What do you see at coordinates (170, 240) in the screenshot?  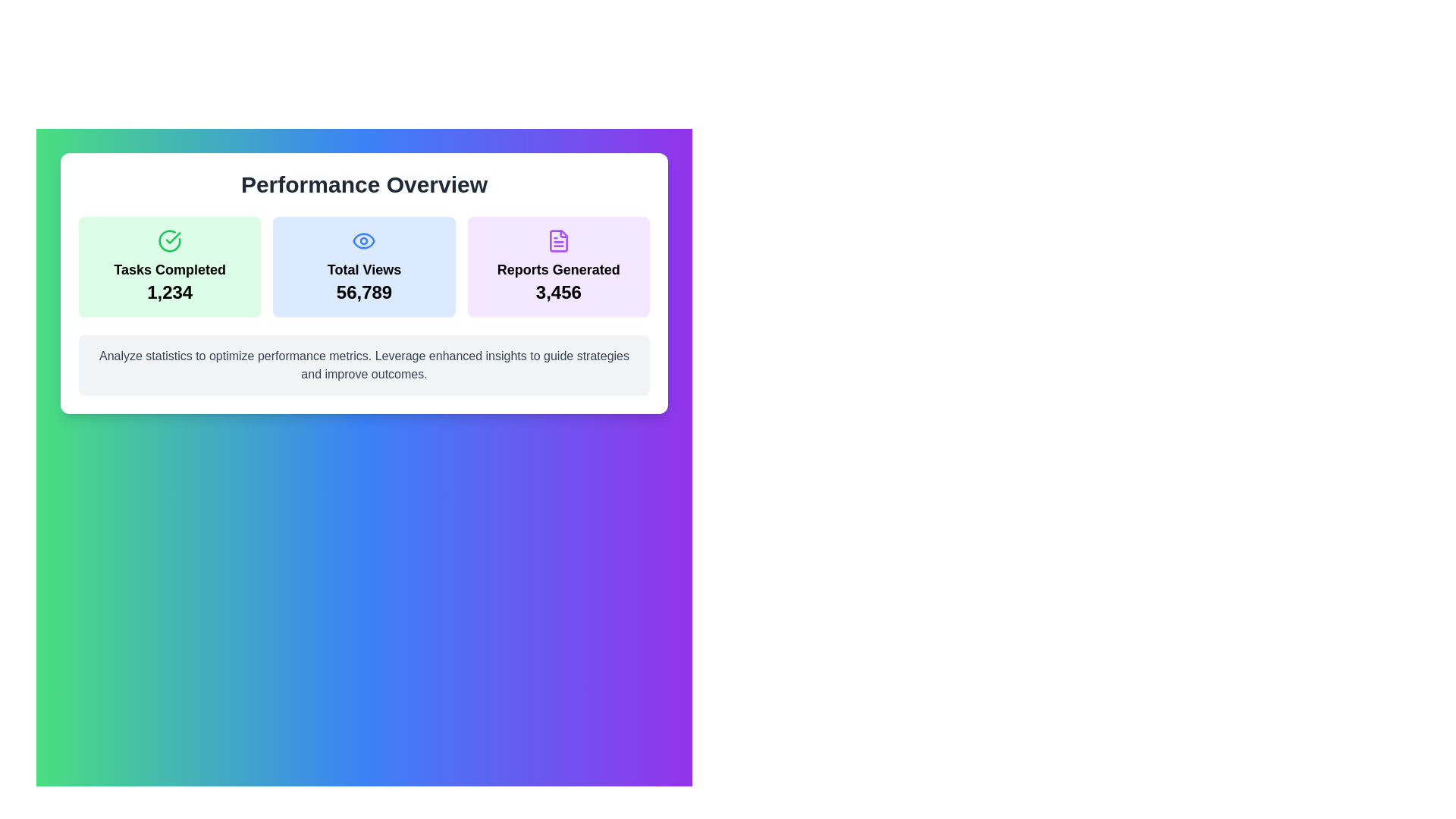 I see `the graphical icon representing a completed task or success status, which indicates completion of tasks displayed in the green rectangular card labeled 'Tasks Completed 1,234'` at bounding box center [170, 240].